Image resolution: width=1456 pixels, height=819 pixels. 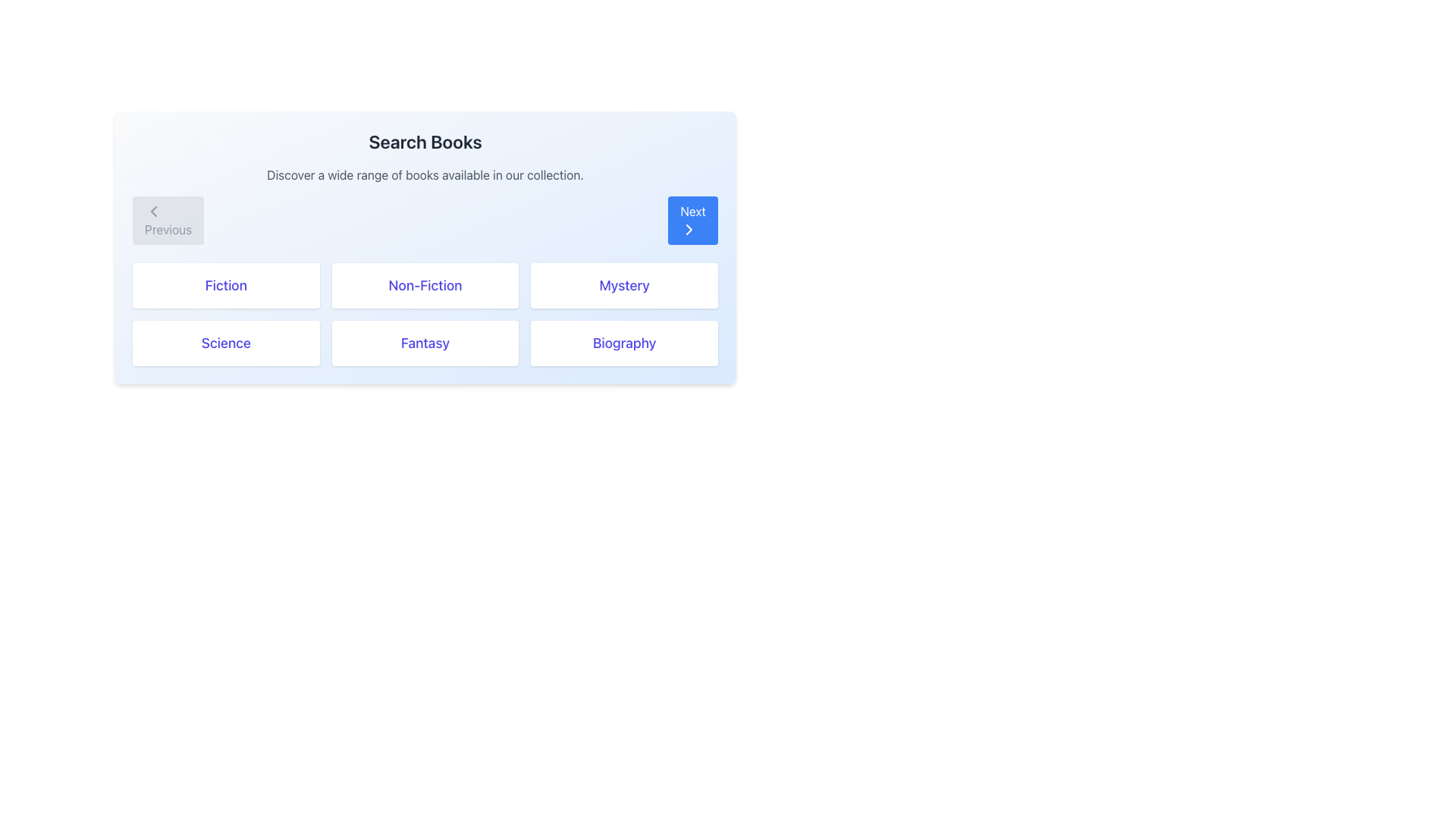 I want to click on the chevron SVG graphic located within the 'Next' button on the right side of the interface, which visually indicates a forward action, so click(x=689, y=230).